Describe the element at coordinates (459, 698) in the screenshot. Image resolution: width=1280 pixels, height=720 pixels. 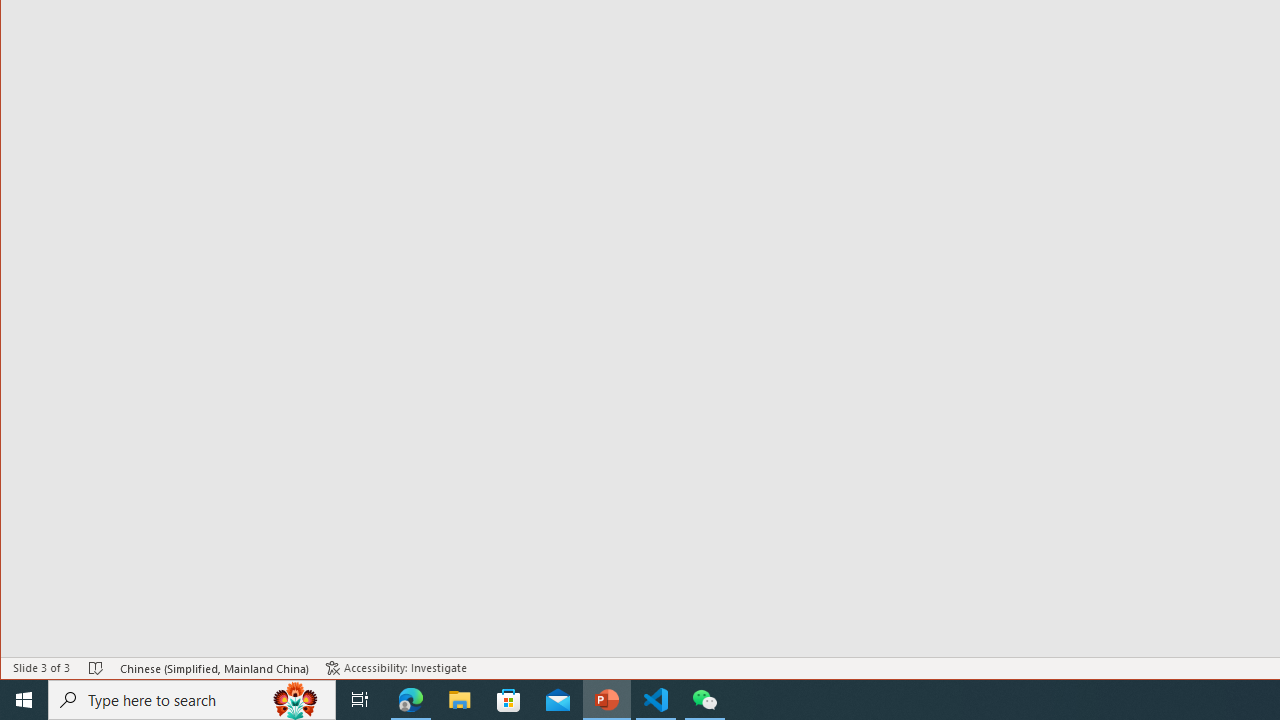
I see `'File Explorer'` at that location.